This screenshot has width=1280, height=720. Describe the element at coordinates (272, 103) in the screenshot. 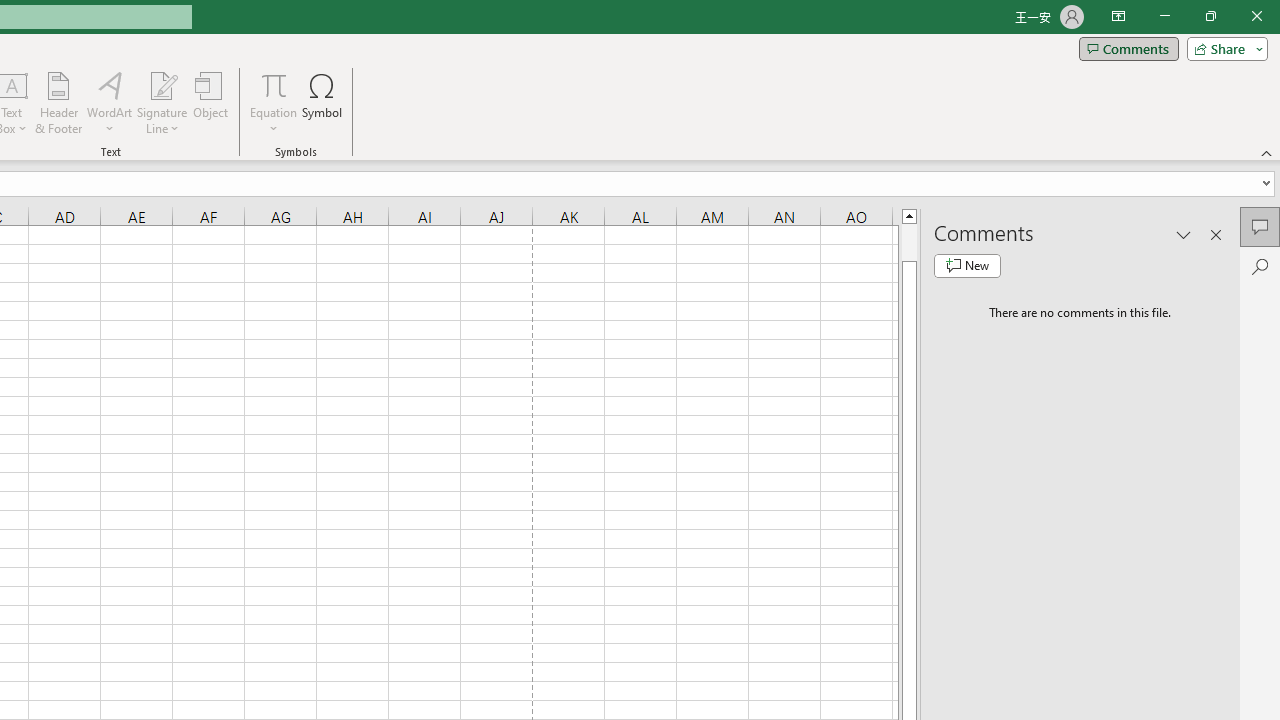

I see `'Equation'` at that location.